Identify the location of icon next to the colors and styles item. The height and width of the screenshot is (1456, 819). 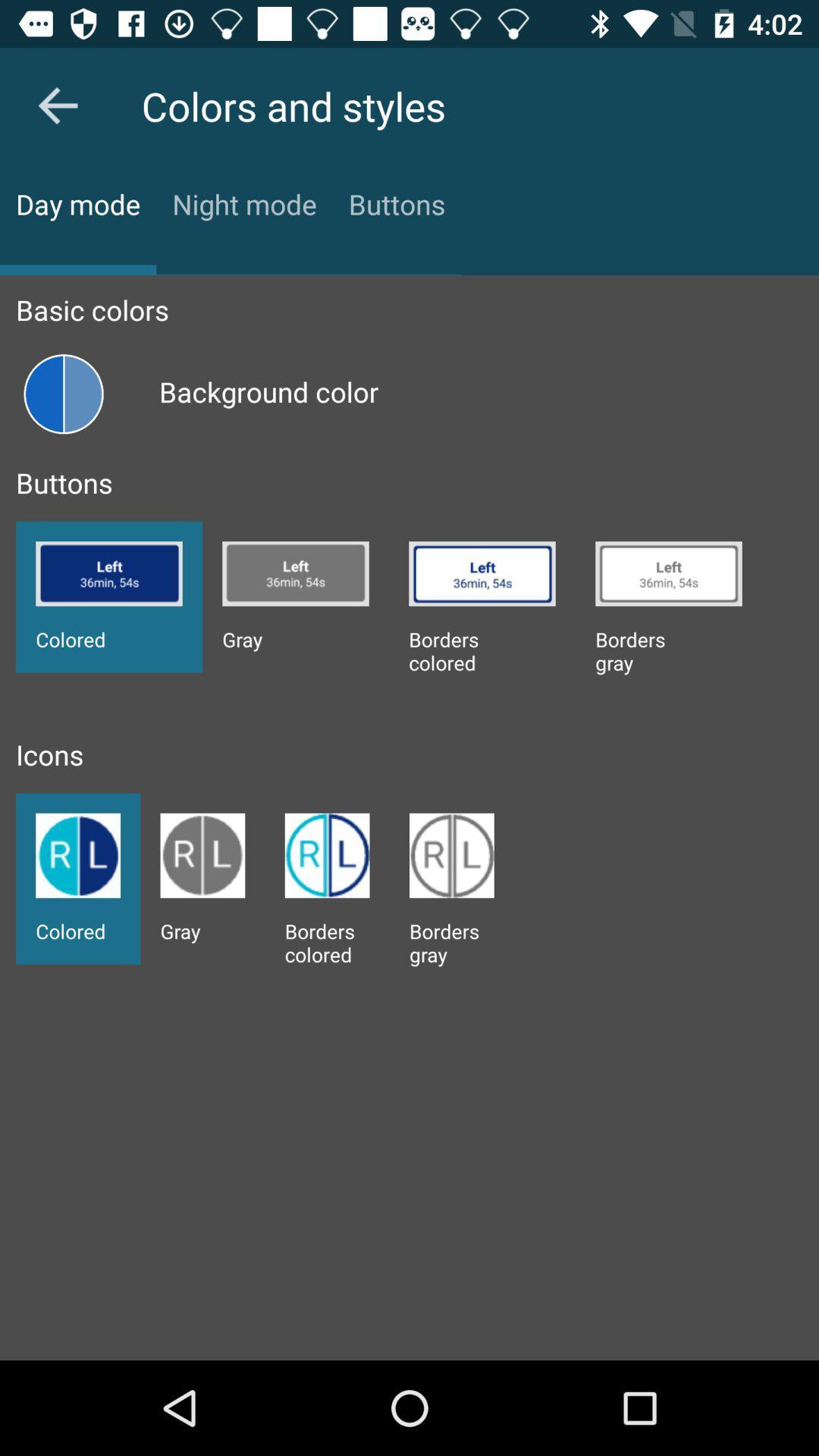
(57, 105).